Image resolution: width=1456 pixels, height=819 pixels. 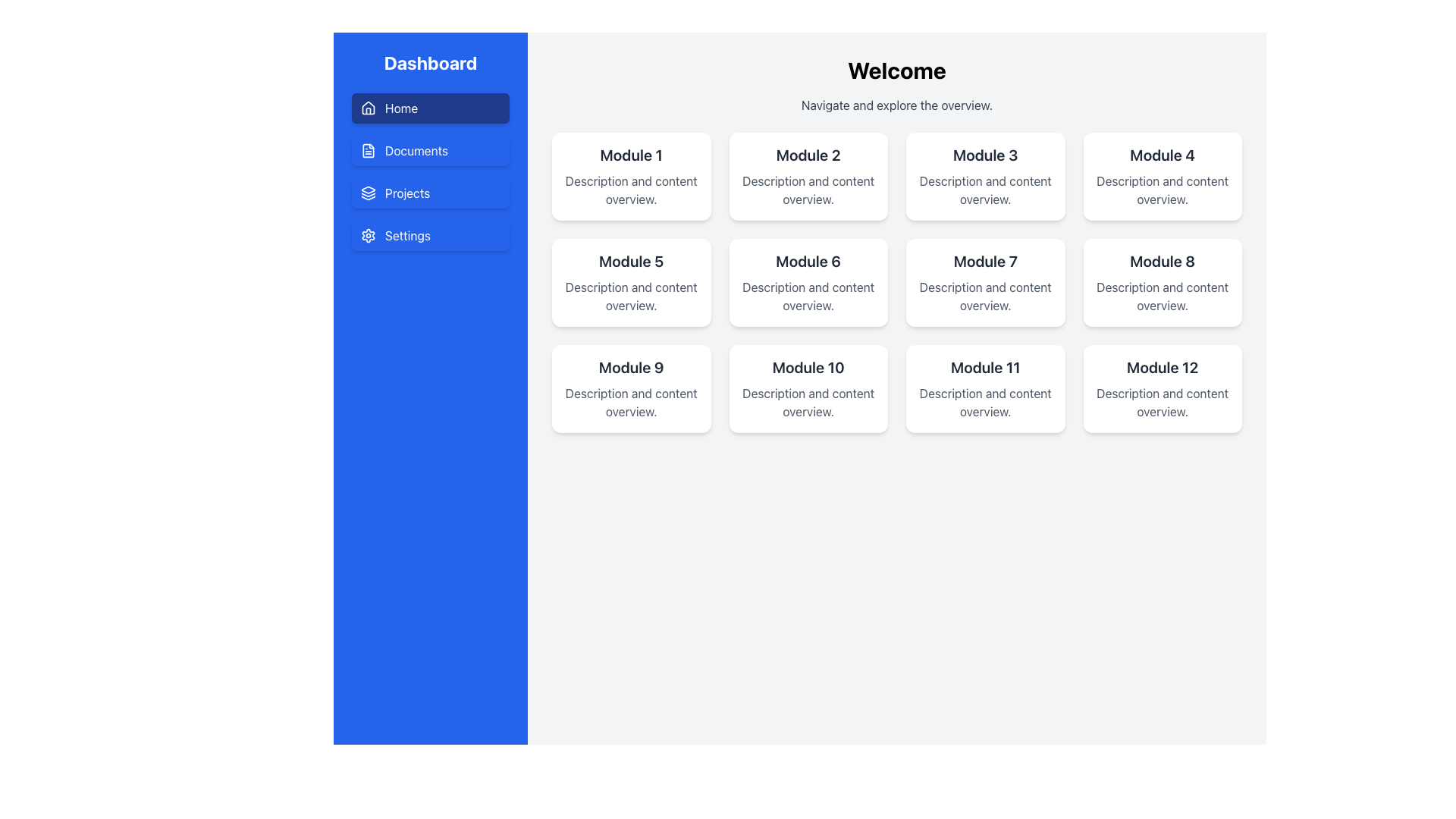 I want to click on the 'Projects' navigation button located third in the vertical menu, directly below 'Documents' and above 'Settings', so click(x=429, y=192).